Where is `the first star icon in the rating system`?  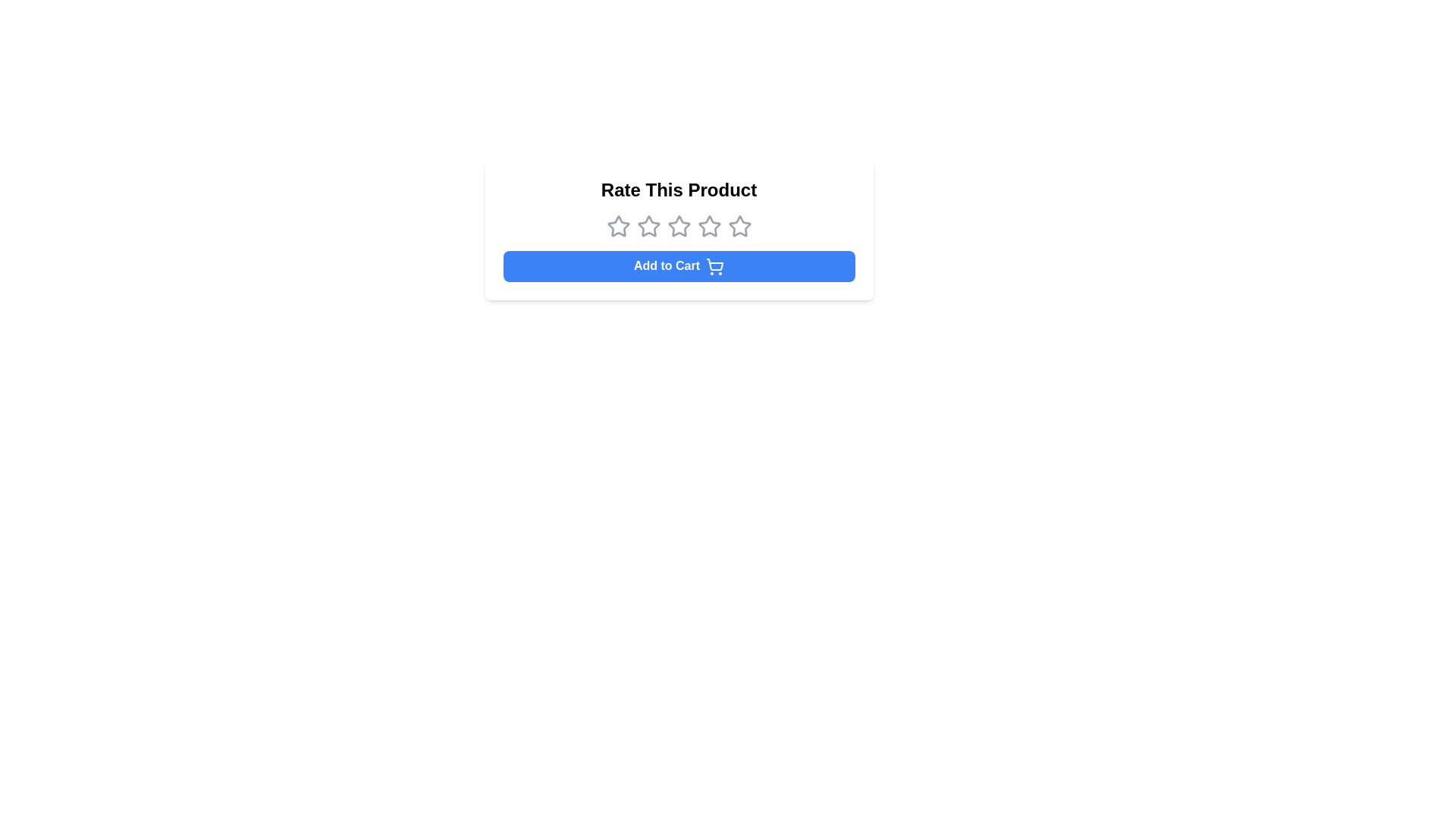 the first star icon in the rating system is located at coordinates (618, 226).